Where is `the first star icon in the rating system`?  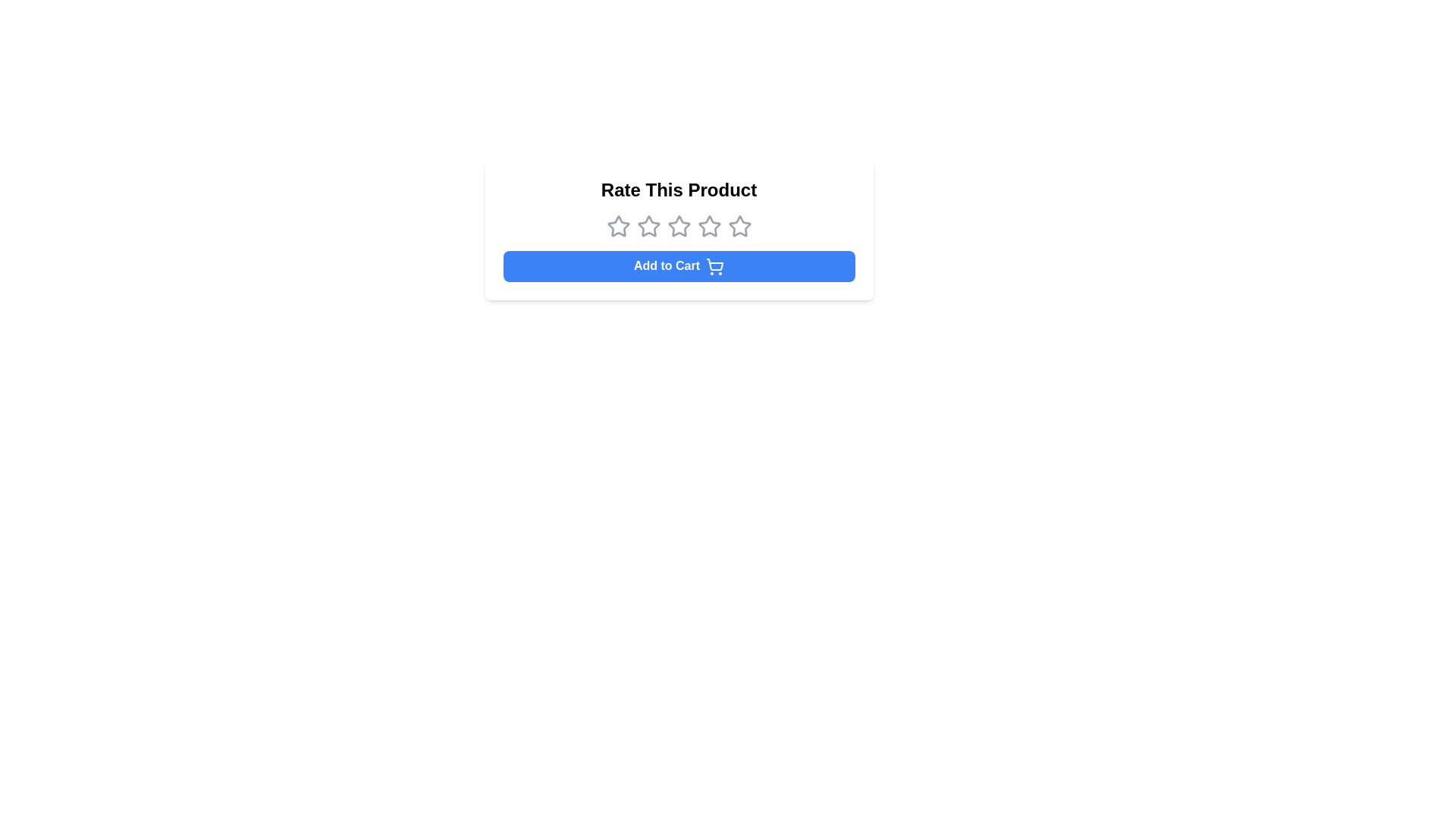 the first star icon in the rating system is located at coordinates (618, 226).